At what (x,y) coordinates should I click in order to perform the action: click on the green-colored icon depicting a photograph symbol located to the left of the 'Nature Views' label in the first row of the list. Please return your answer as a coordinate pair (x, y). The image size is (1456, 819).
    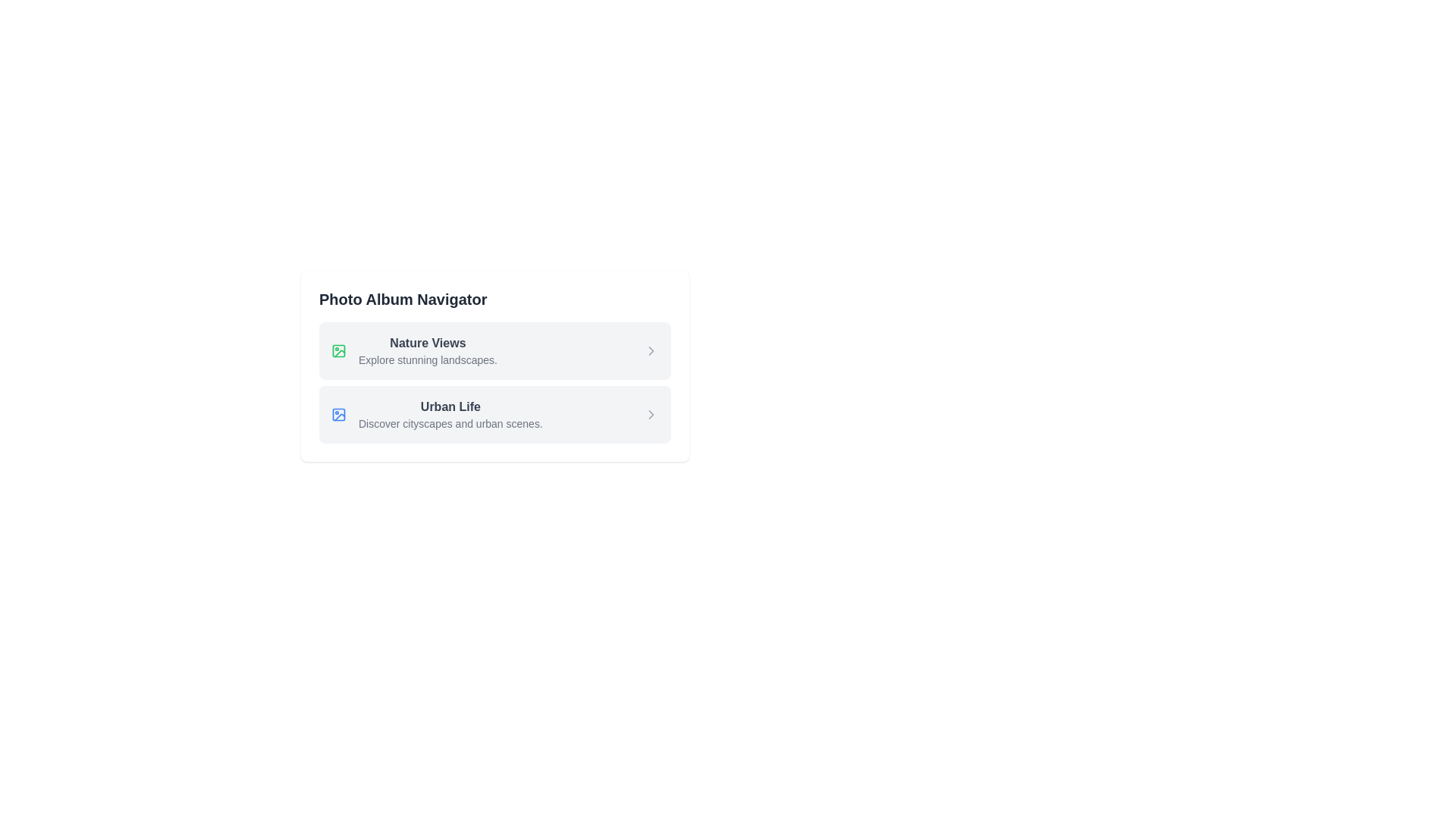
    Looking at the image, I should click on (337, 350).